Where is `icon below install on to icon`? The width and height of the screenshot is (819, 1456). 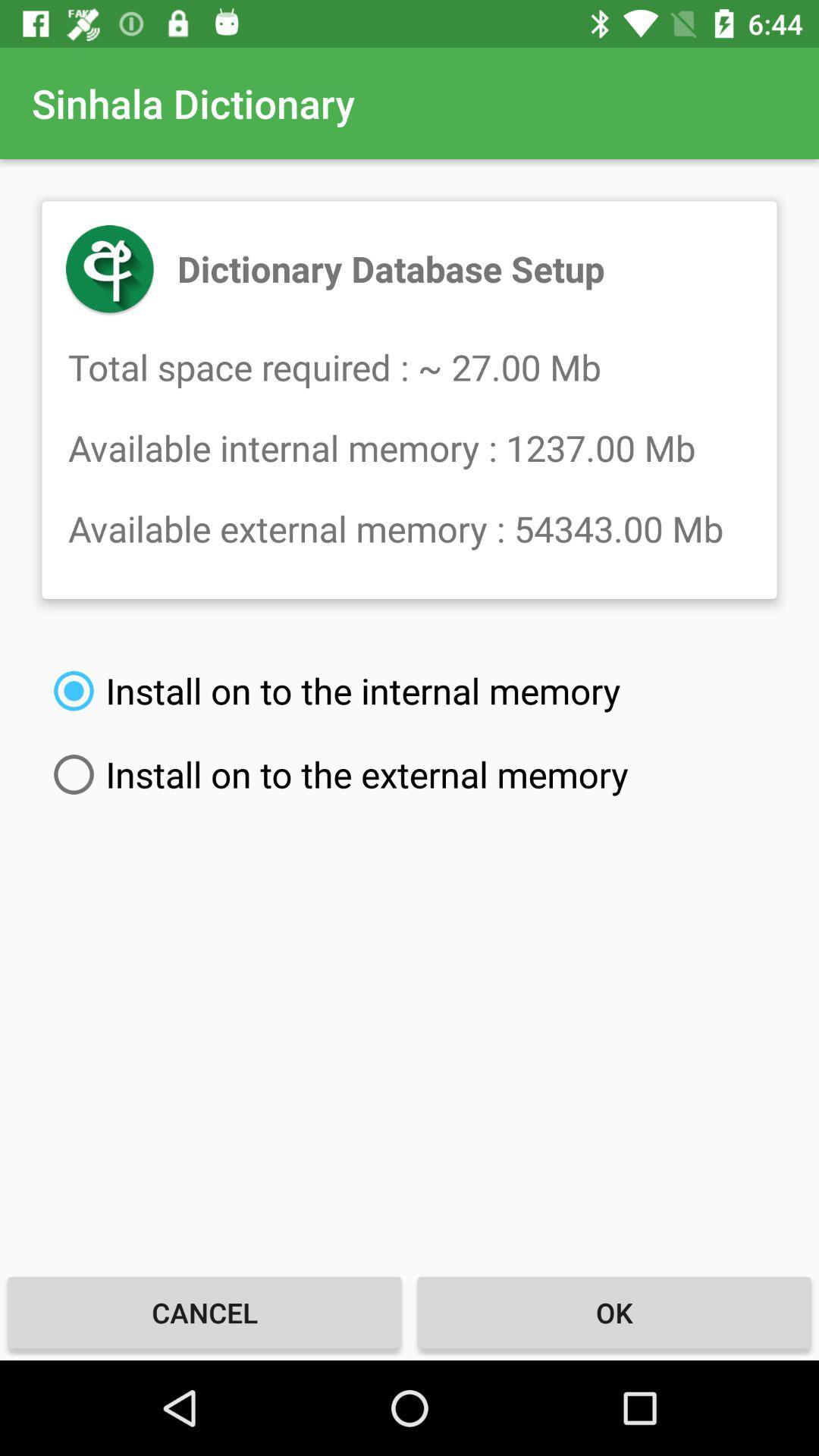 icon below install on to icon is located at coordinates (614, 1312).